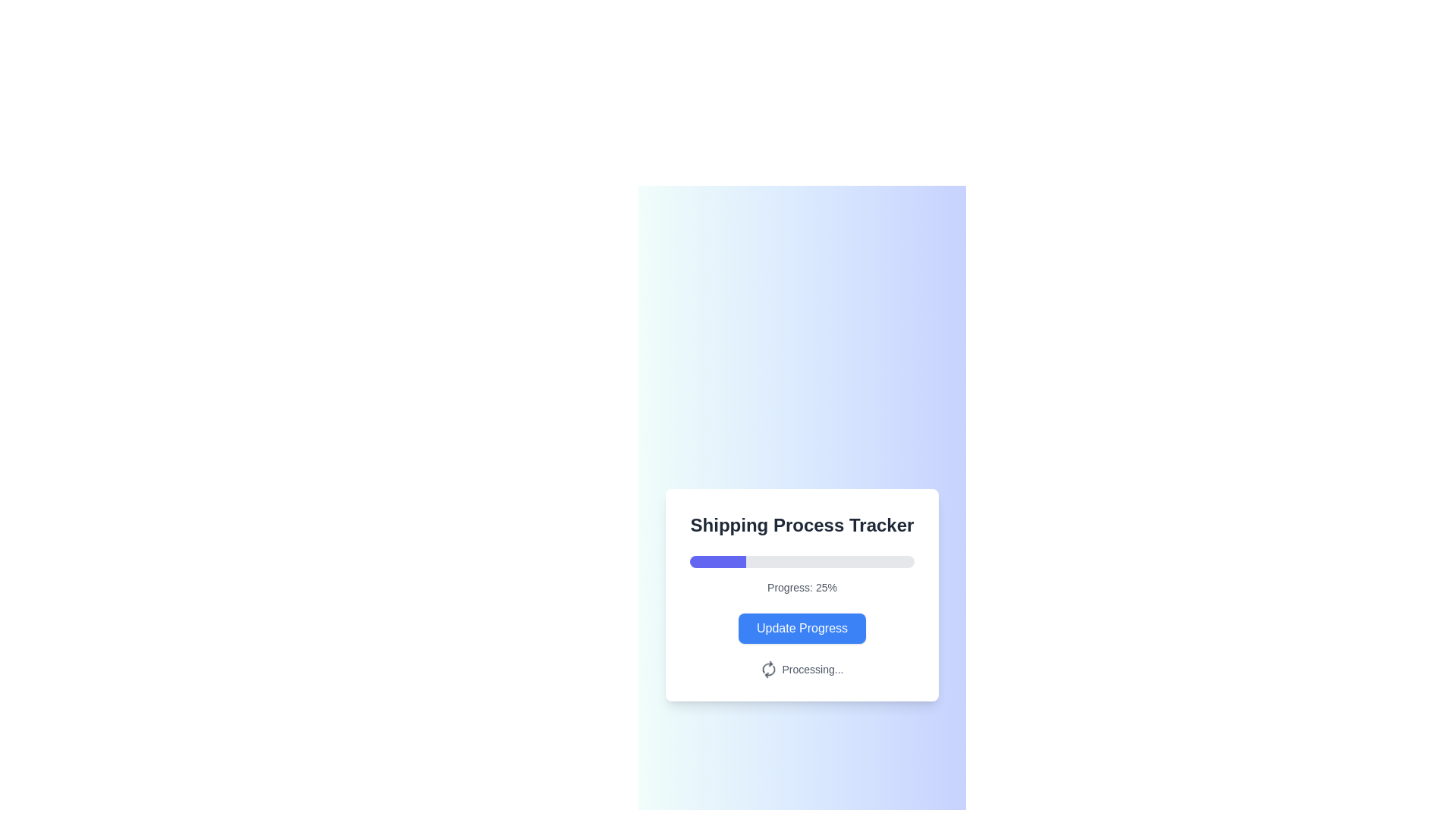 This screenshot has width=1456, height=819. What do you see at coordinates (811, 669) in the screenshot?
I see `the text label displaying 'Processing...' located at the bottom of the card interface, adjacent to the left of the spinning refresh icon` at bounding box center [811, 669].